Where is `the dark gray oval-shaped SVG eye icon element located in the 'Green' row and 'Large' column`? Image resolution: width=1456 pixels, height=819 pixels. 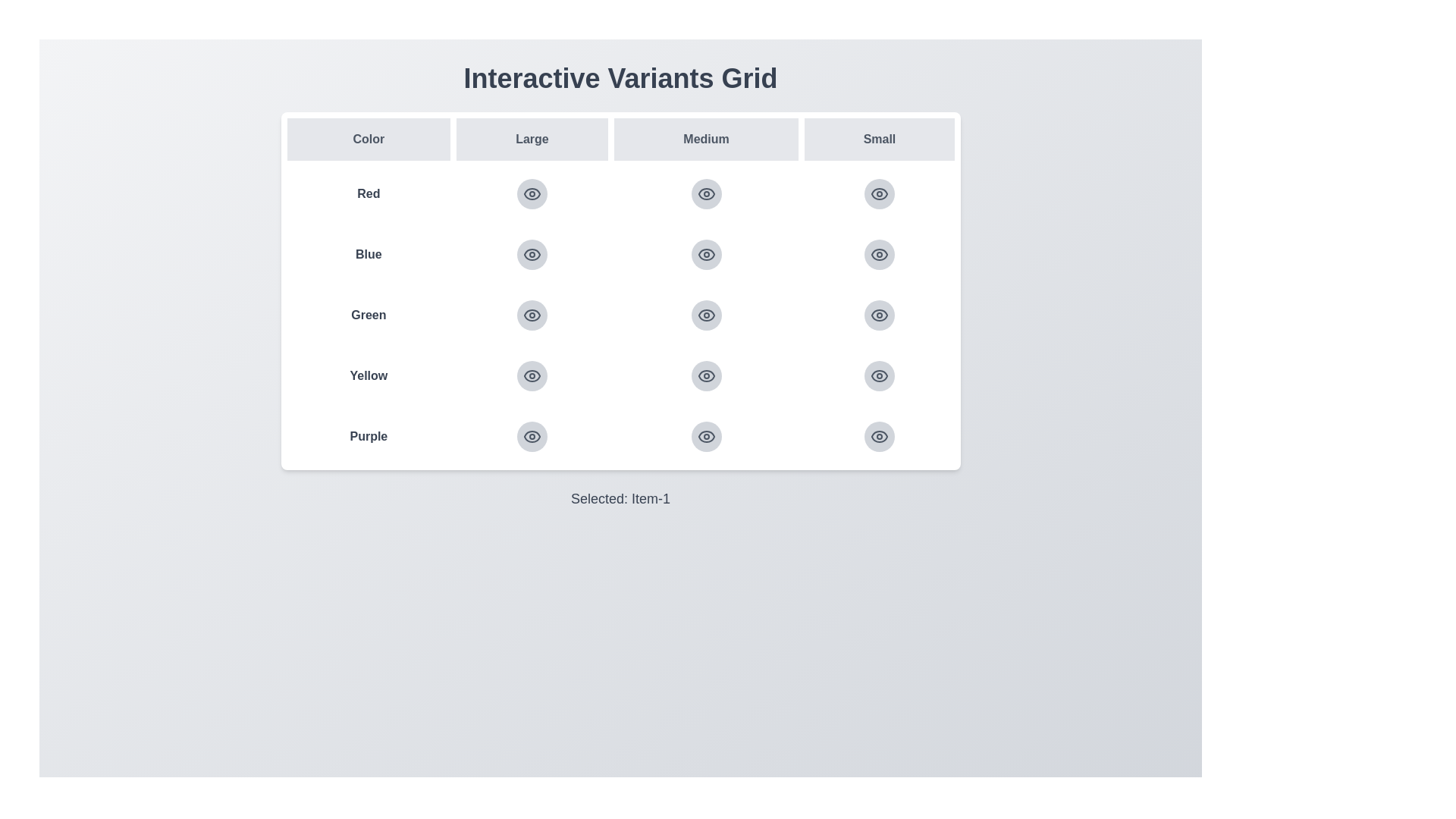 the dark gray oval-shaped SVG eye icon element located in the 'Green' row and 'Large' column is located at coordinates (532, 315).